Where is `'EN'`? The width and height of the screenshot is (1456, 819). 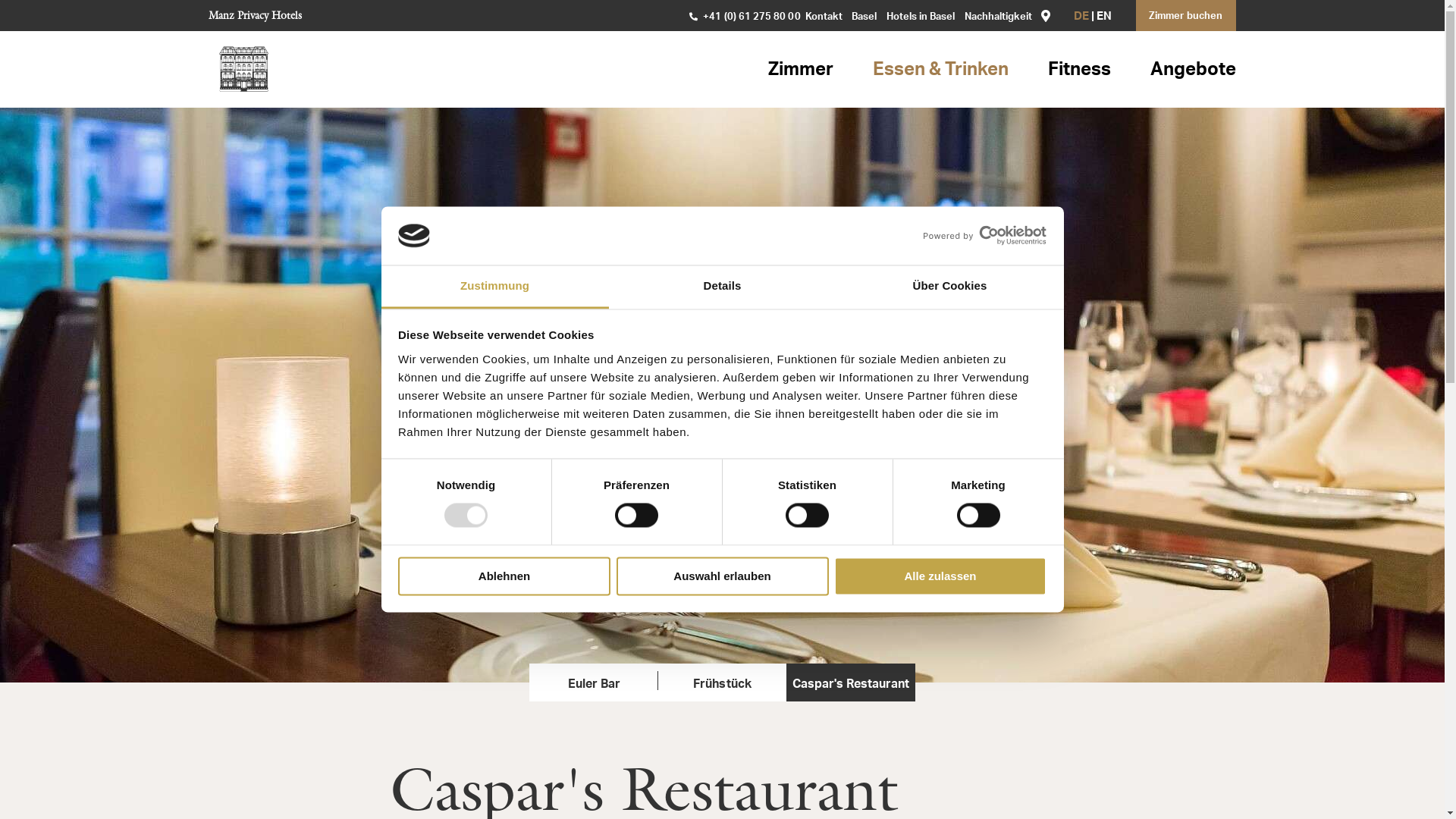
'EN' is located at coordinates (1103, 17).